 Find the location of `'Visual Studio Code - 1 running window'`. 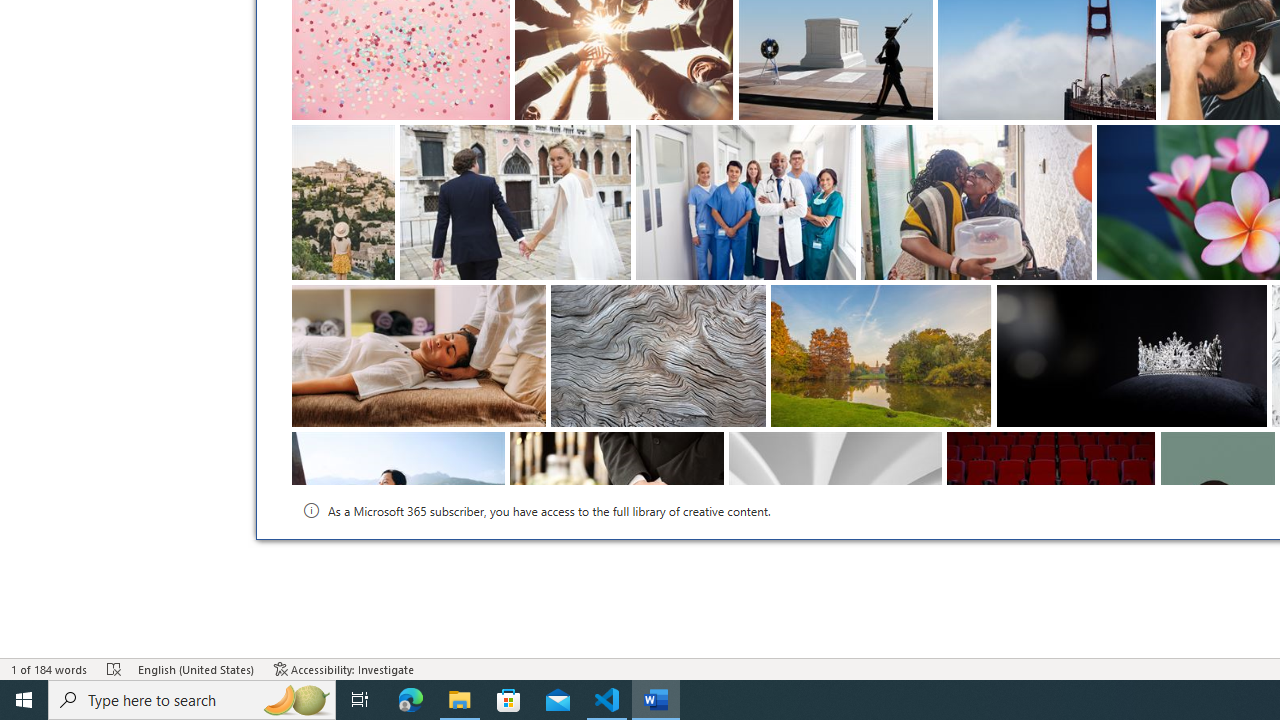

'Visual Studio Code - 1 running window' is located at coordinates (606, 698).